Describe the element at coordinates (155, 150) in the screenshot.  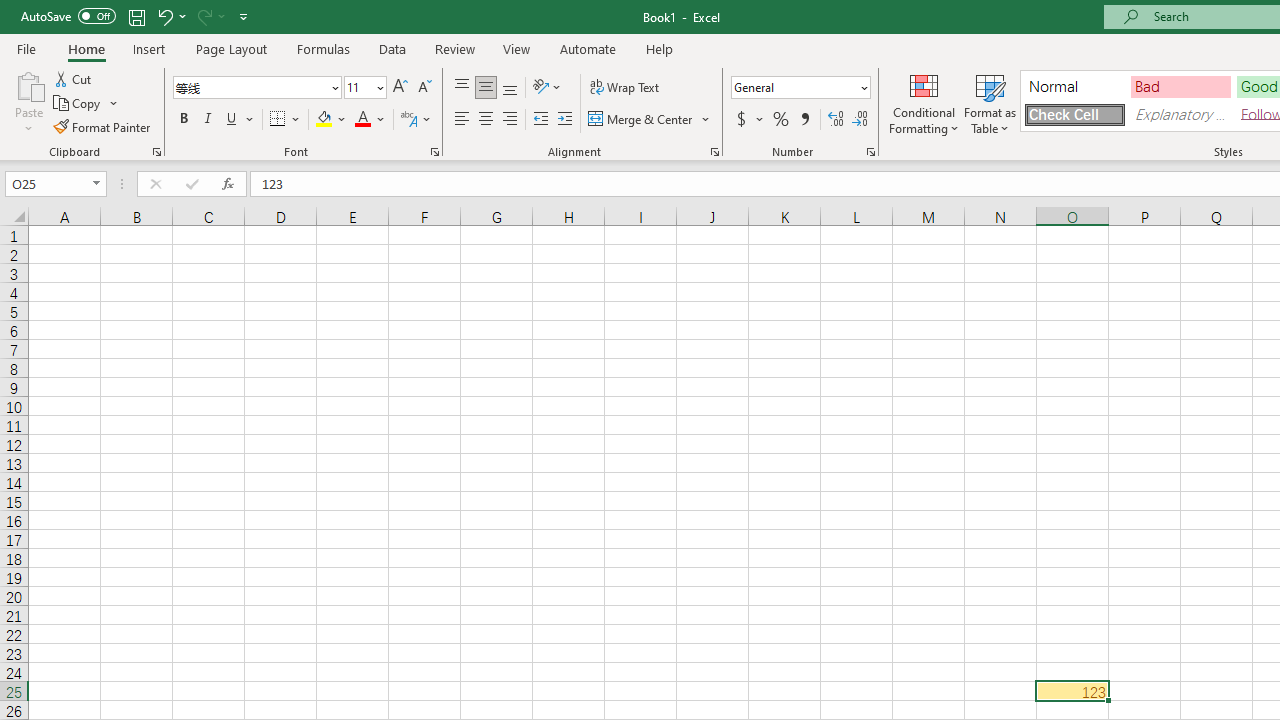
I see `'Office Clipboard...'` at that location.